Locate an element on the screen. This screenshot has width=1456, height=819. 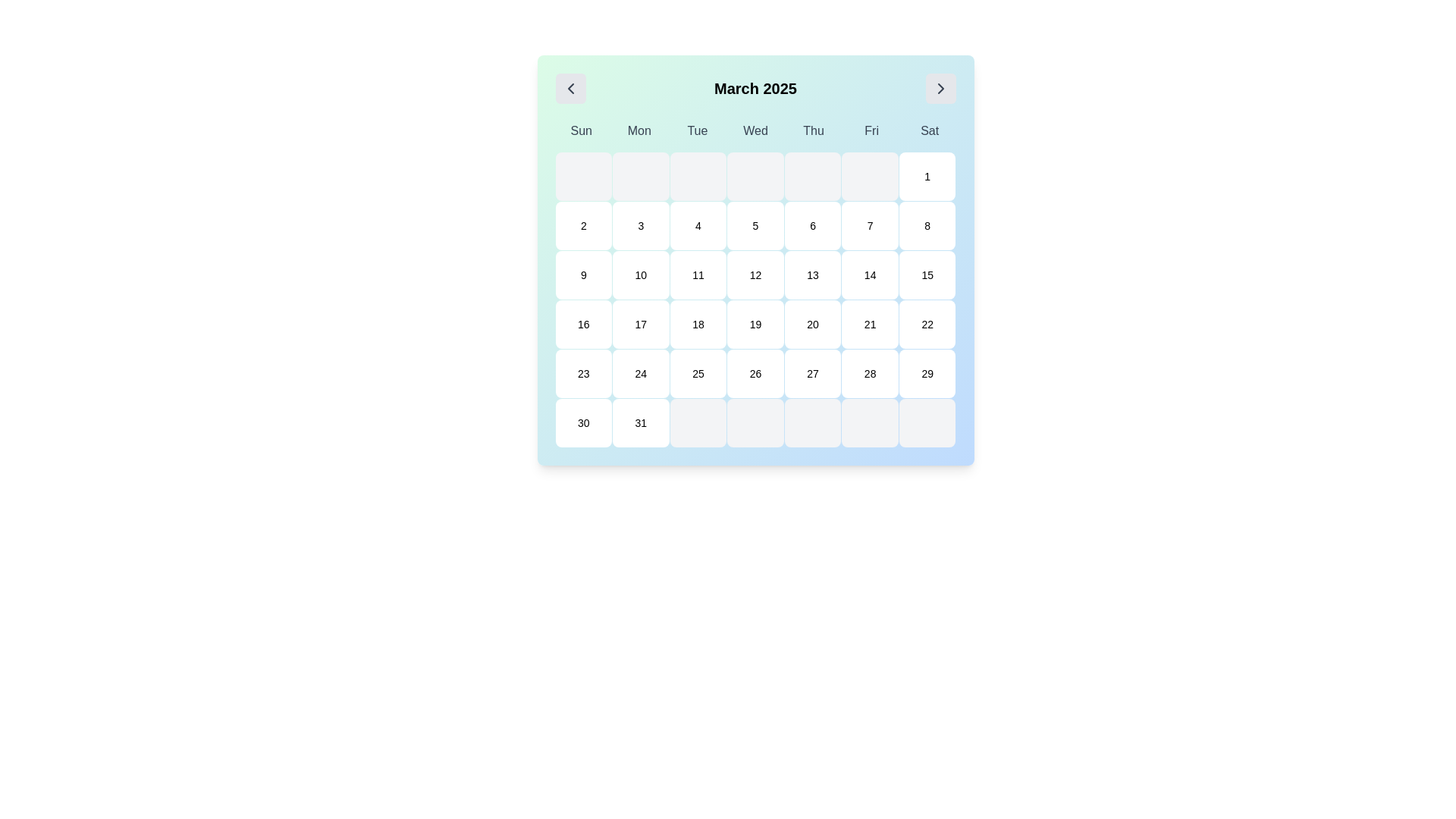
the inactive calendar cell located in the sixth column of the last row of the calendar grid is located at coordinates (812, 423).